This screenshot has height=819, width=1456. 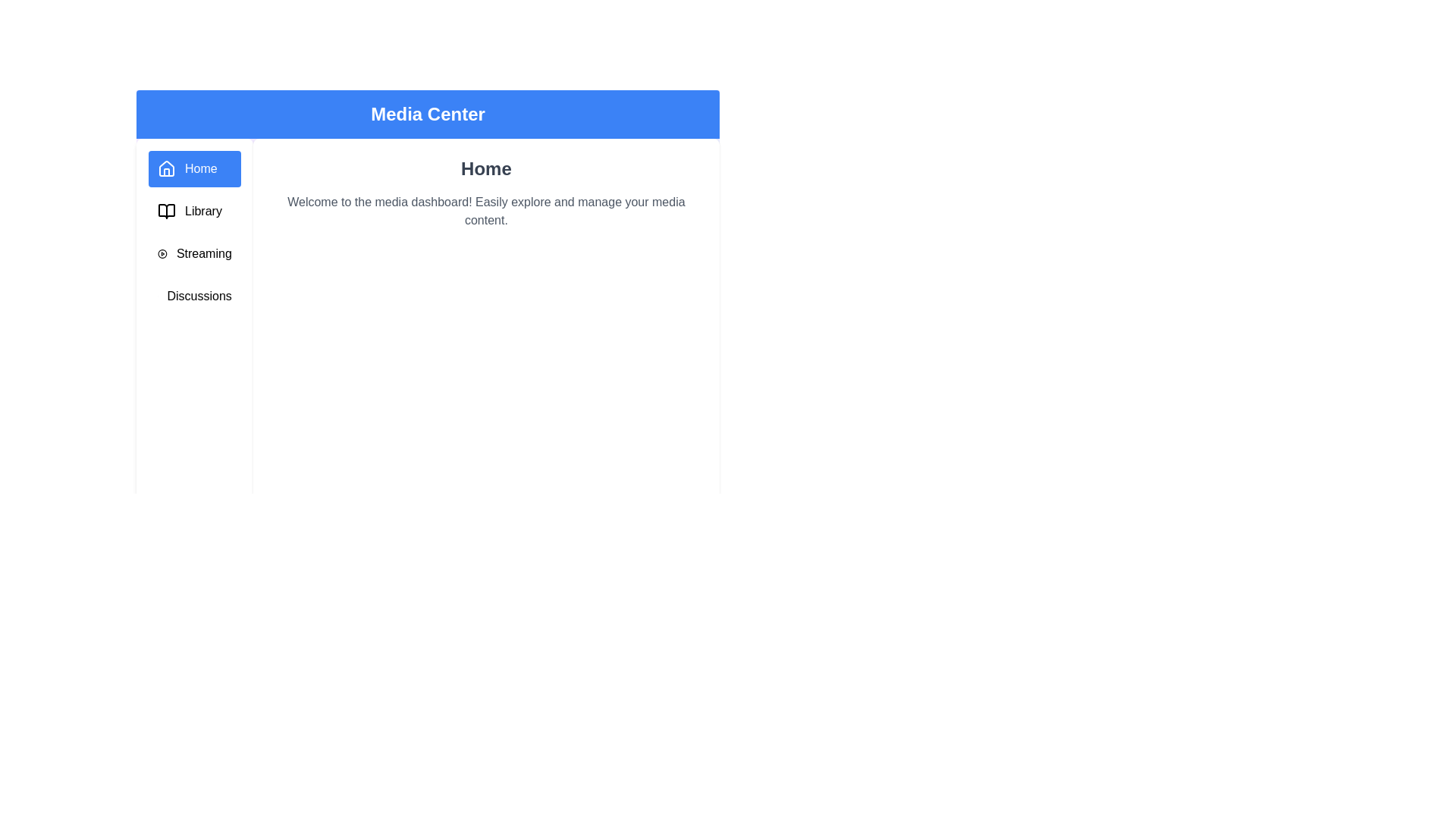 What do you see at coordinates (193, 211) in the screenshot?
I see `the Library tab by clicking on its corresponding sidebar entry` at bounding box center [193, 211].